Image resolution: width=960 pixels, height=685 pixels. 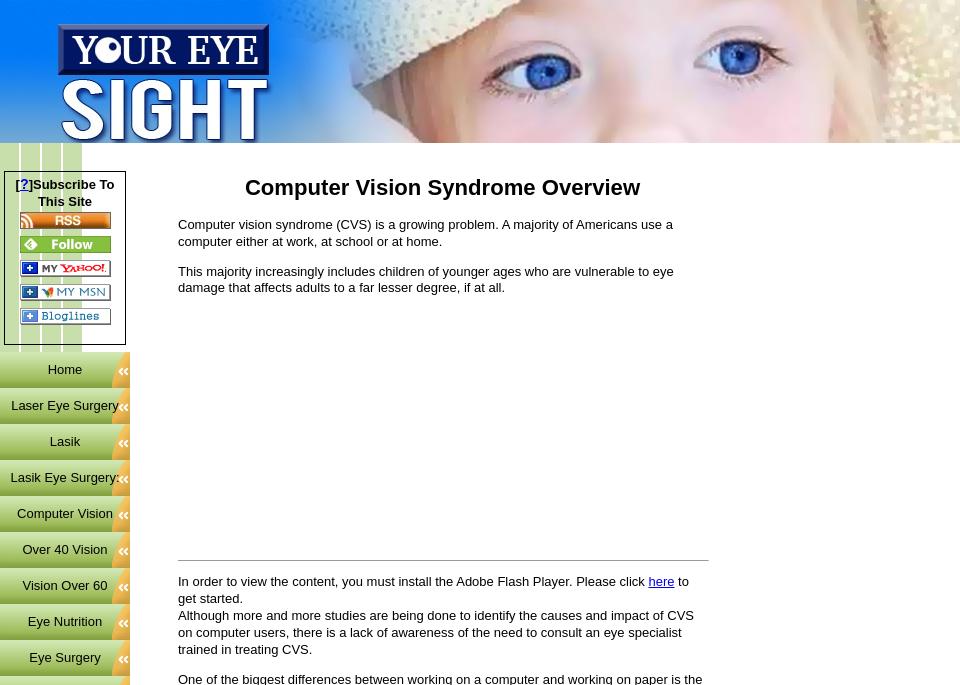 I want to click on 'Computer Vision', so click(x=15, y=512).